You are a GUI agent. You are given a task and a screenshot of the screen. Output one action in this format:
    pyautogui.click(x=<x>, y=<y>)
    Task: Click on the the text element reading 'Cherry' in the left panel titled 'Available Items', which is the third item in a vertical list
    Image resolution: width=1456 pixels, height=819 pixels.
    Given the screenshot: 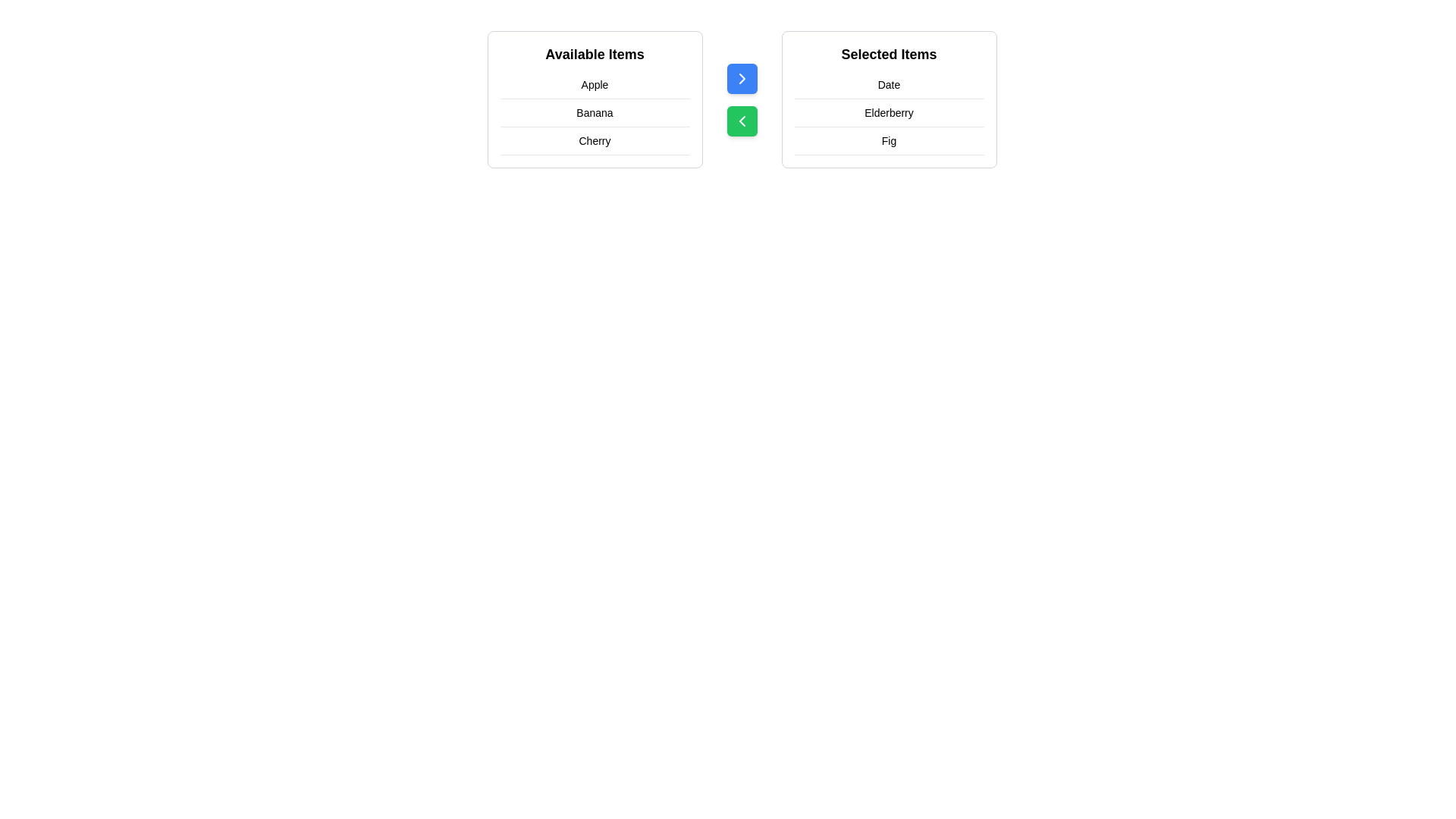 What is the action you would take?
    pyautogui.click(x=594, y=141)
    